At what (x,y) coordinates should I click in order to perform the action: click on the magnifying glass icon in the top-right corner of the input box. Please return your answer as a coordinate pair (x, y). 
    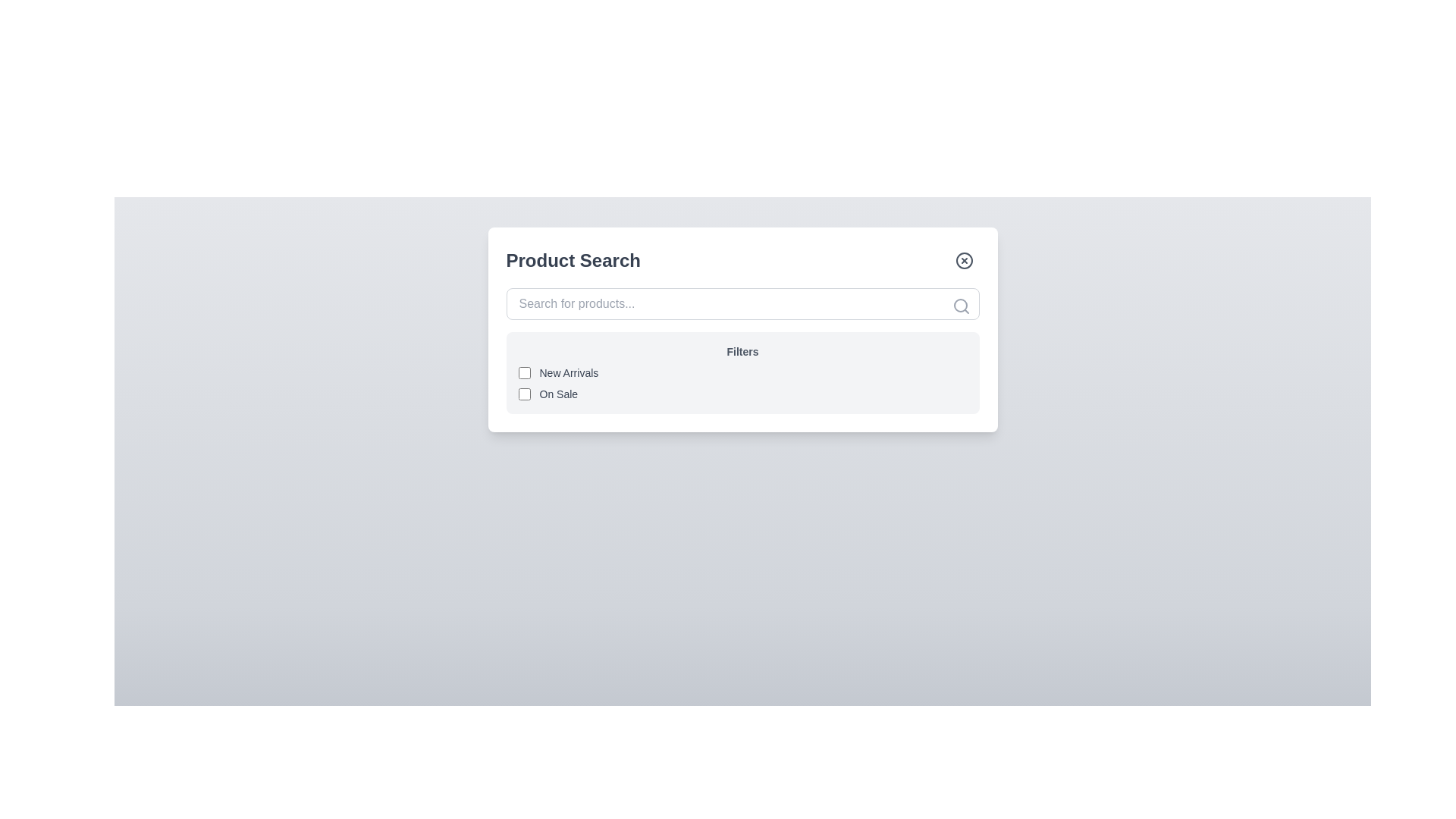
    Looking at the image, I should click on (960, 306).